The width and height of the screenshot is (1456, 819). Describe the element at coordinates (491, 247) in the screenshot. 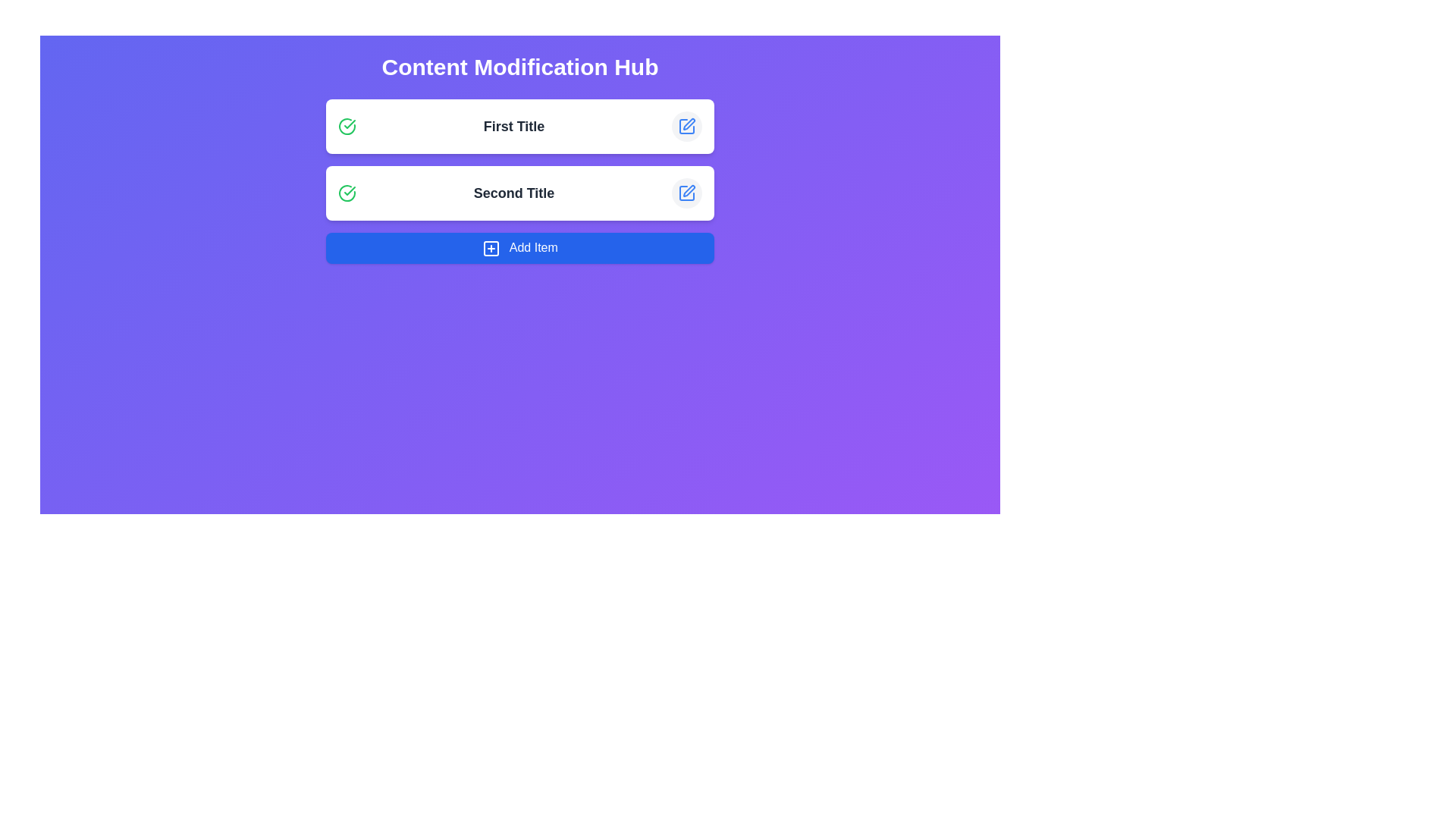

I see `the central square part of the '+ icon' within the 'Add Item' button` at that location.